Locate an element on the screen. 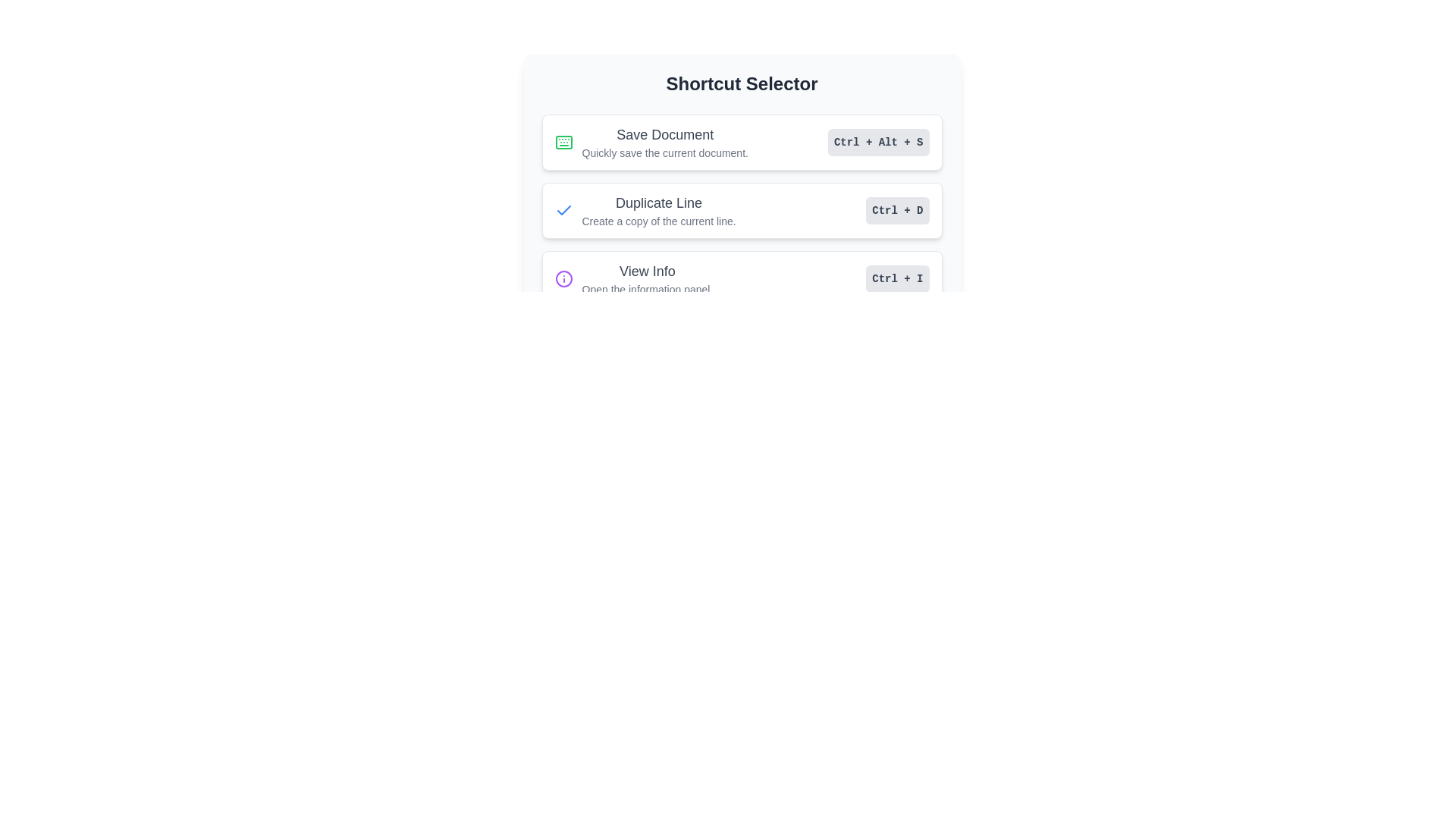  the first list item in the 'Shortcut Selector' interface, which features a green keyboard icon and the text 'Save Document' with a subtext 'Quickly save the current document.' is located at coordinates (651, 143).